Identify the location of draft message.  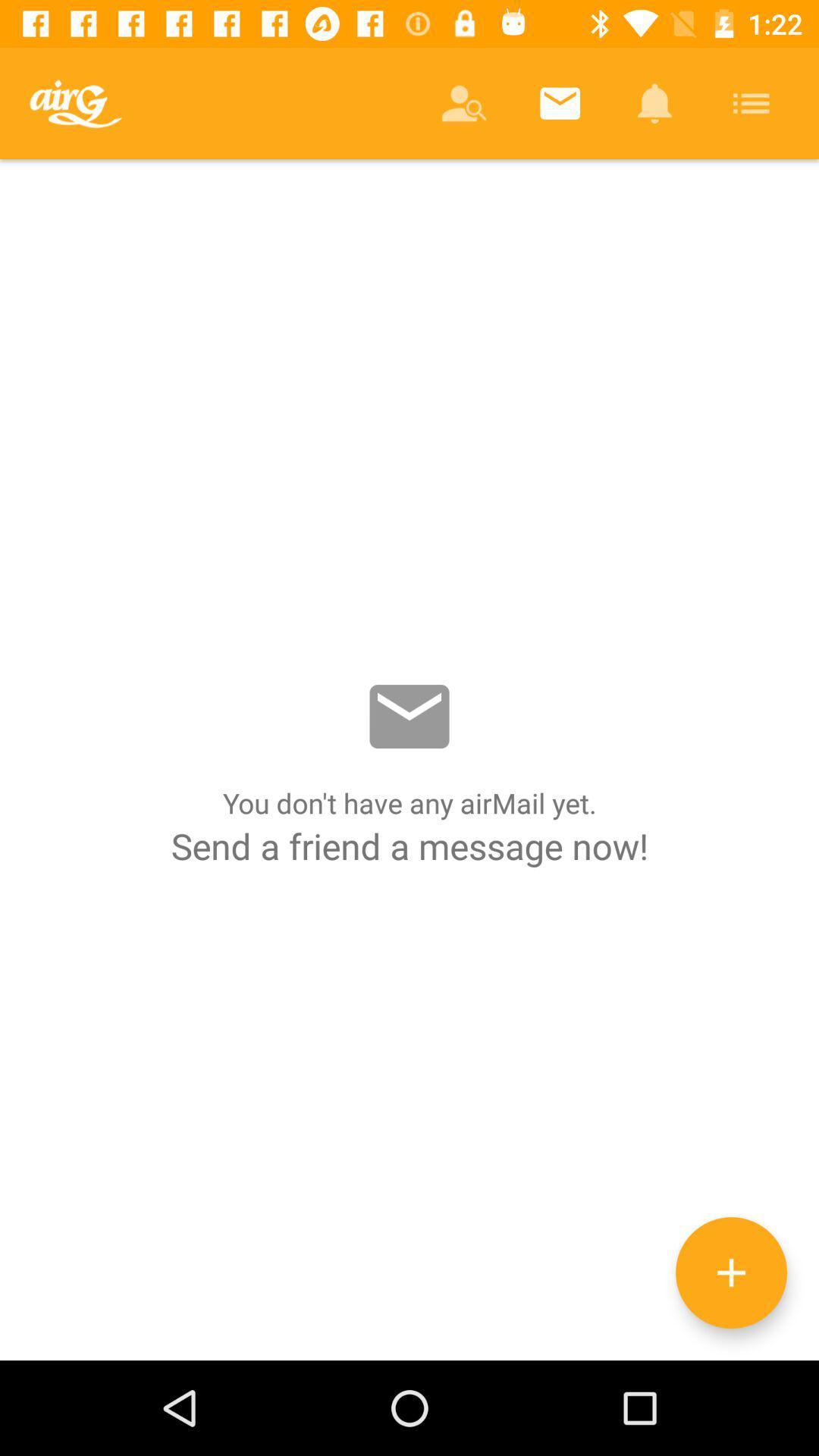
(730, 1272).